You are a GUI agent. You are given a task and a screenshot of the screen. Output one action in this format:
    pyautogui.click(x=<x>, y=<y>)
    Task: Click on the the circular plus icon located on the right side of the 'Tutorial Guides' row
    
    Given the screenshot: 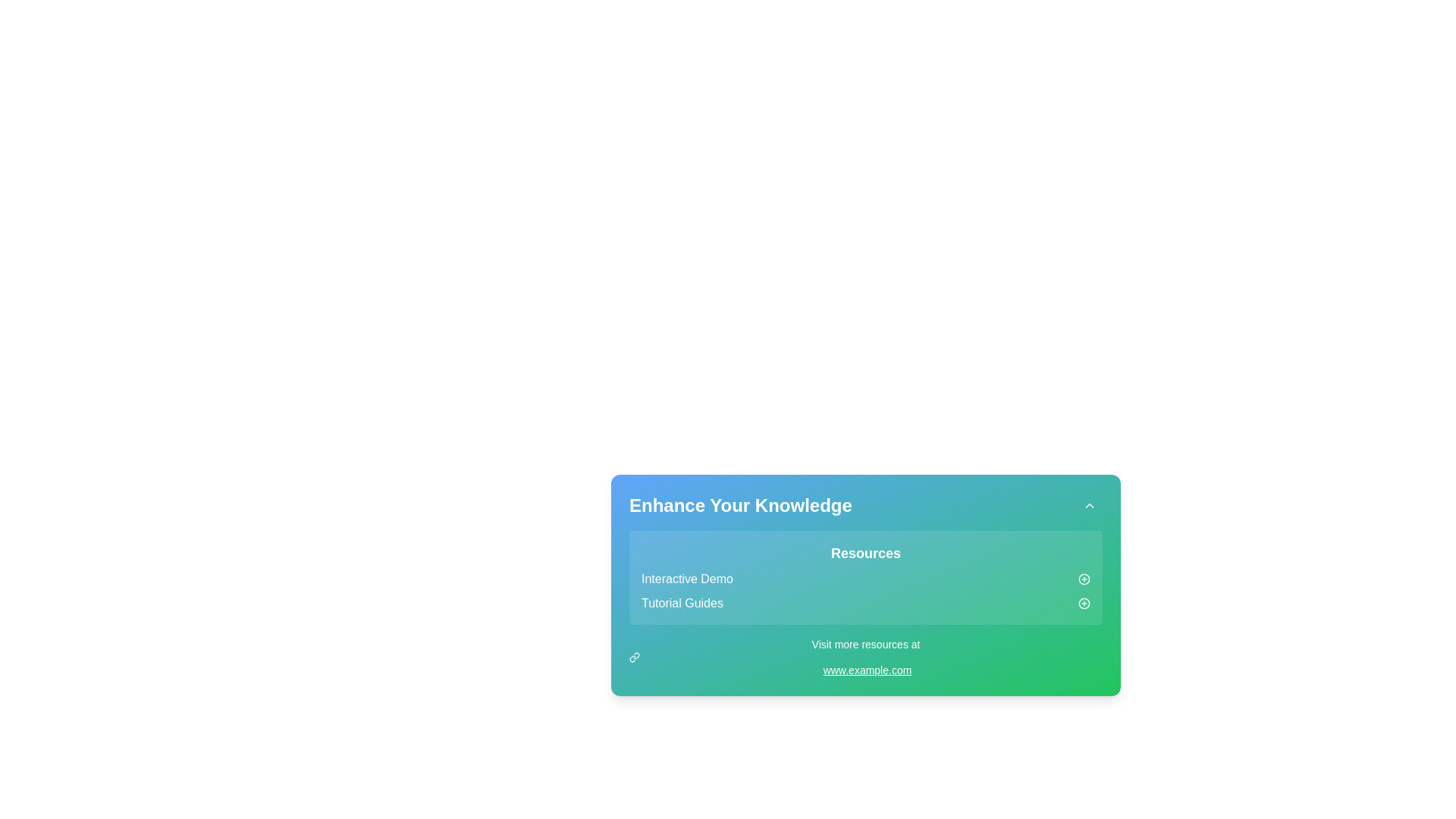 What is the action you would take?
    pyautogui.click(x=1084, y=602)
    